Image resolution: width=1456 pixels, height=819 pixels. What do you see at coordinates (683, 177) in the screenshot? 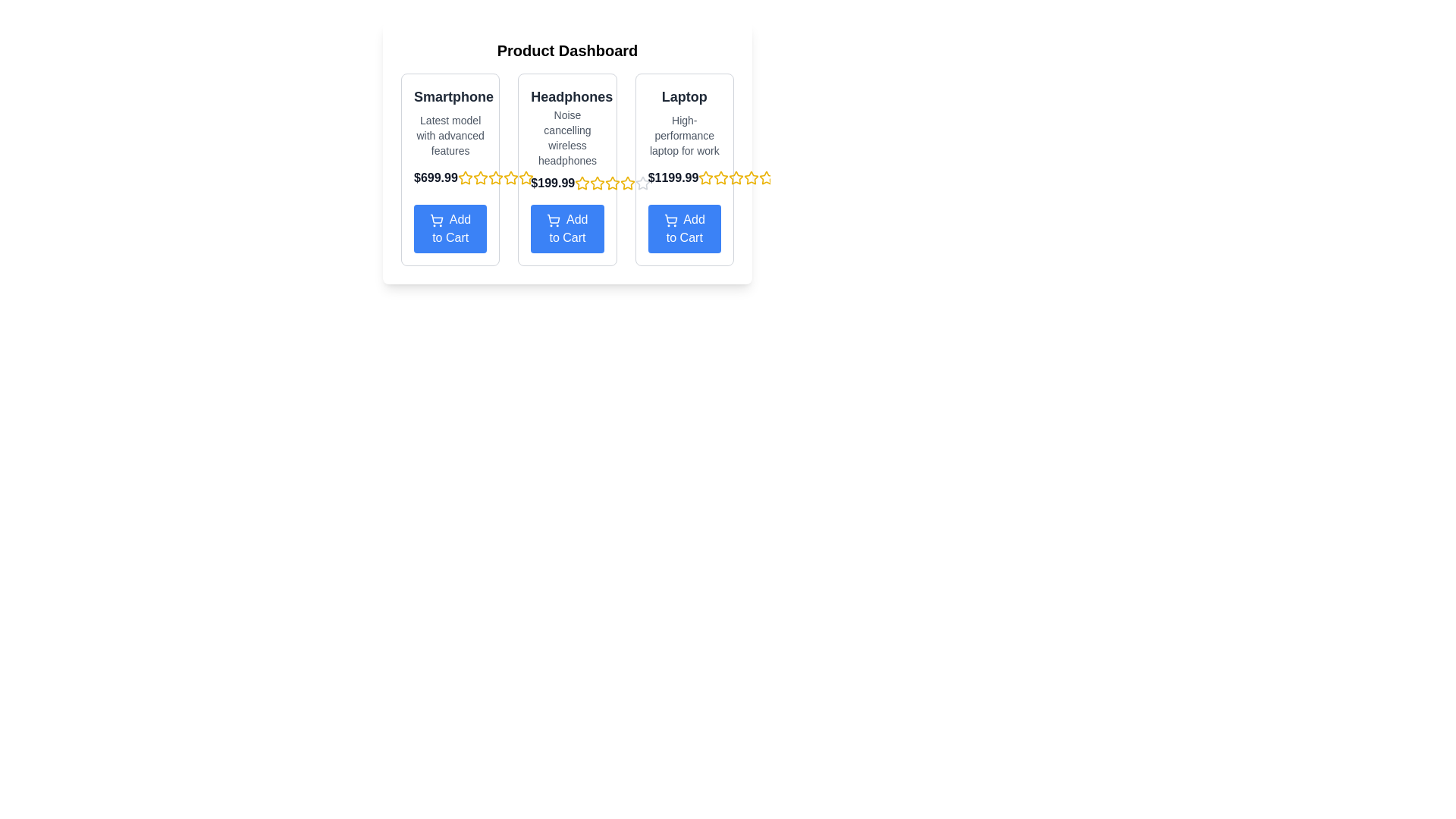
I see `the price label displaying '$1199.99', which is bold and dark-gray, located under the product description 'High-performance laptop for work' and above the 'Add to Cart' button` at bounding box center [683, 177].